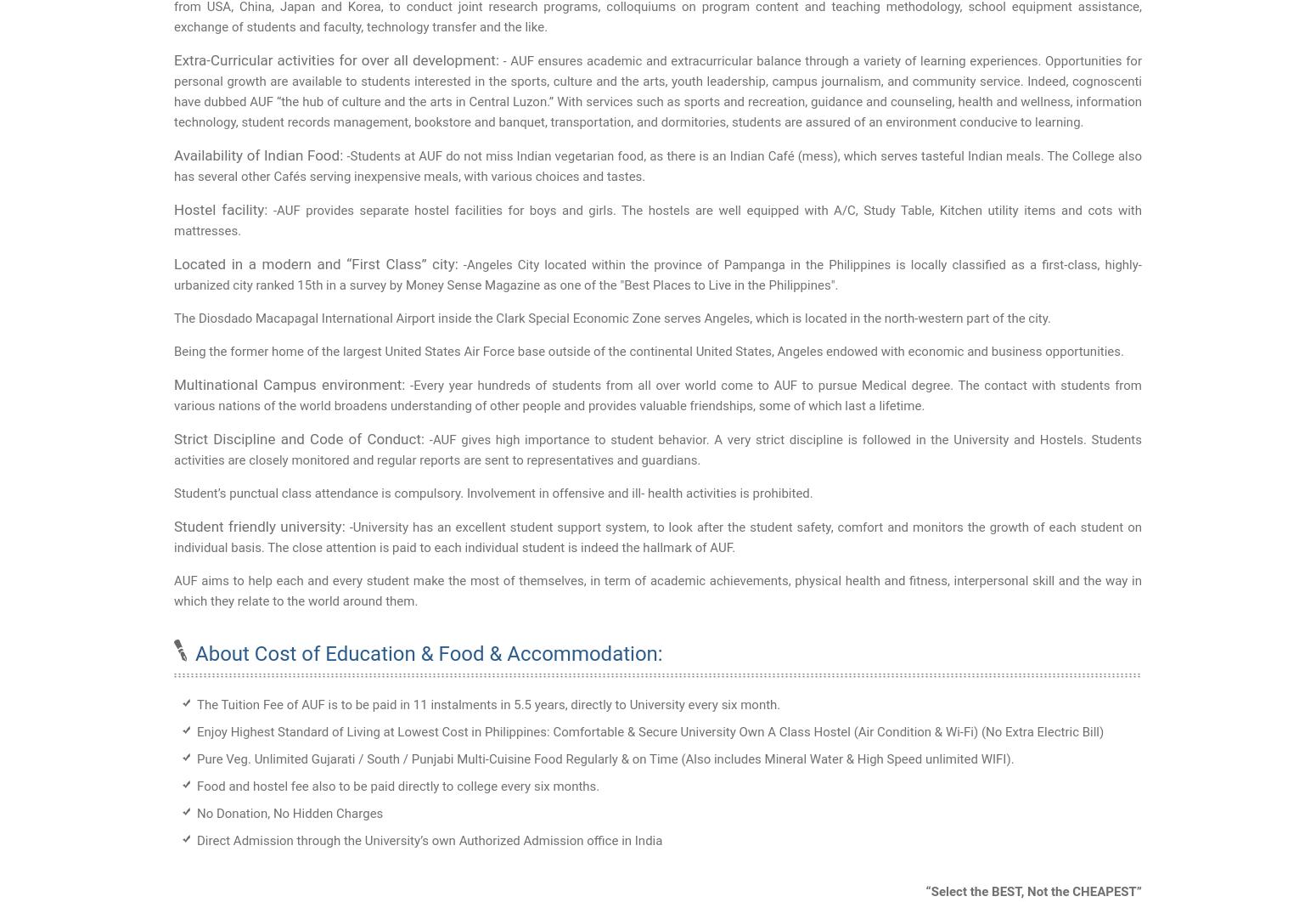 Image resolution: width=1316 pixels, height=902 pixels. I want to click on 'No Donation, No Hidden Charges', so click(196, 813).